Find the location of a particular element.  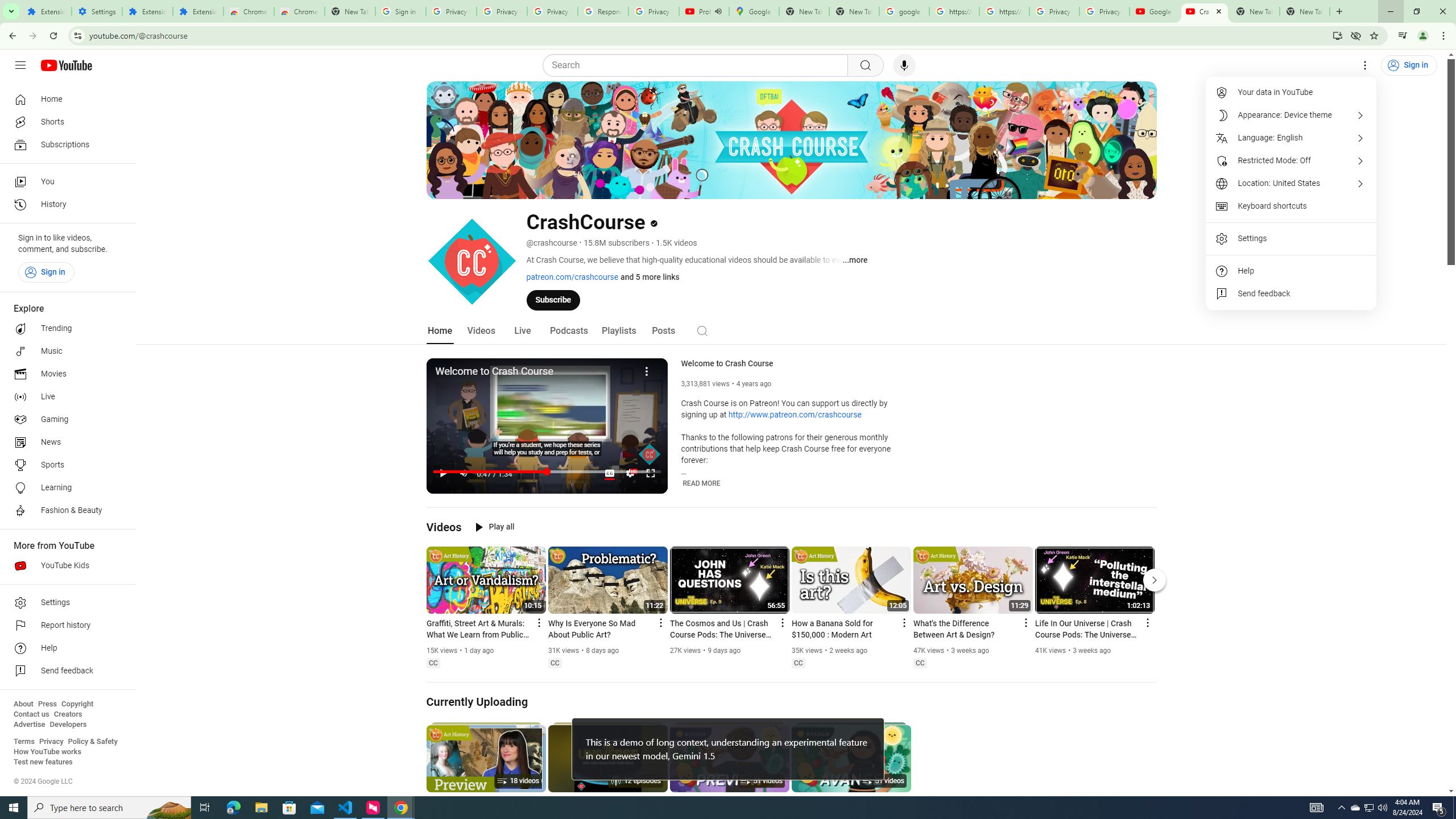

'YouTube Home' is located at coordinates (65, 65).